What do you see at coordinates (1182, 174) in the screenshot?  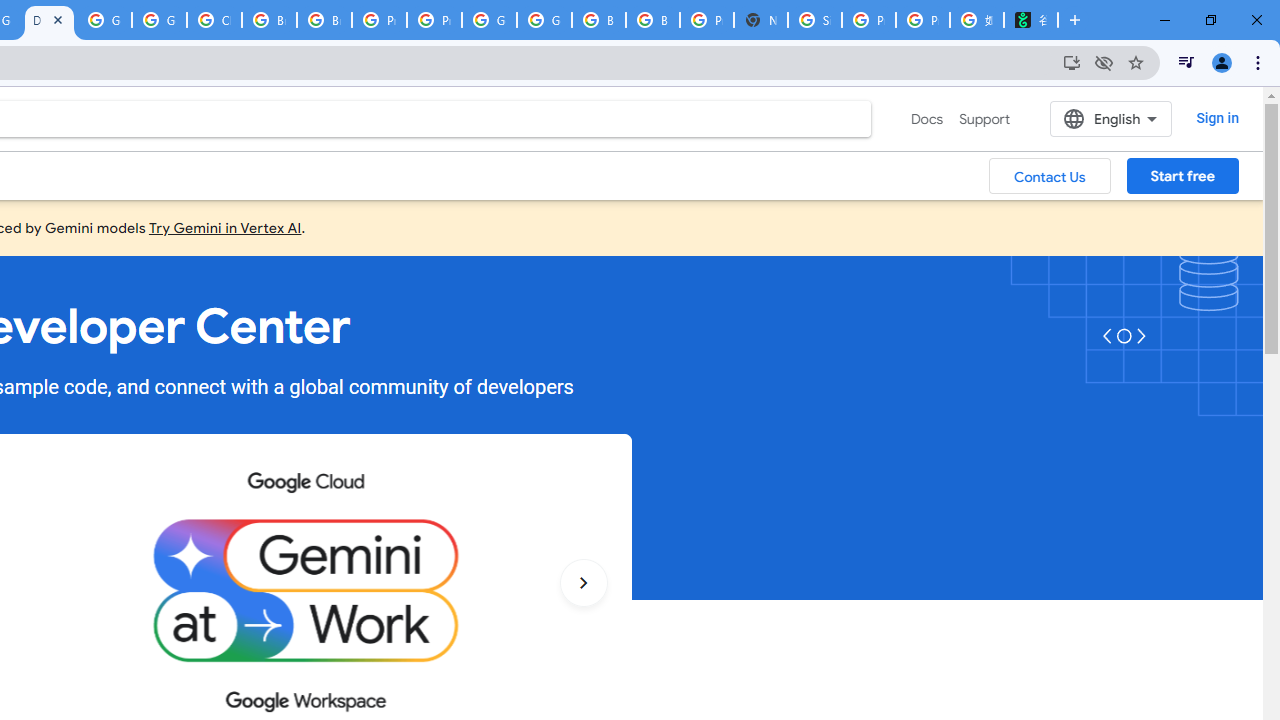 I see `'Start free'` at bounding box center [1182, 174].